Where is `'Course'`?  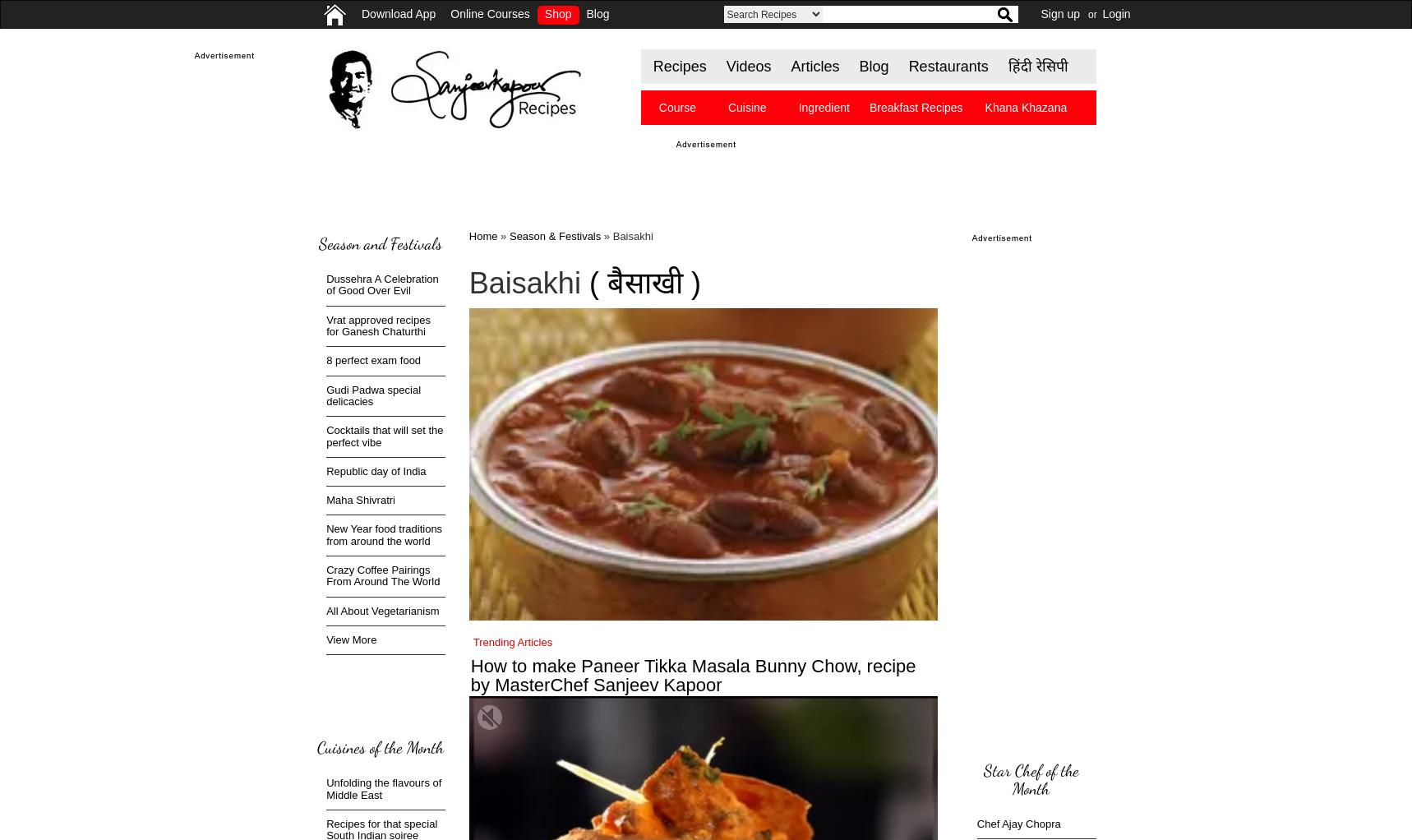 'Course' is located at coordinates (676, 108).